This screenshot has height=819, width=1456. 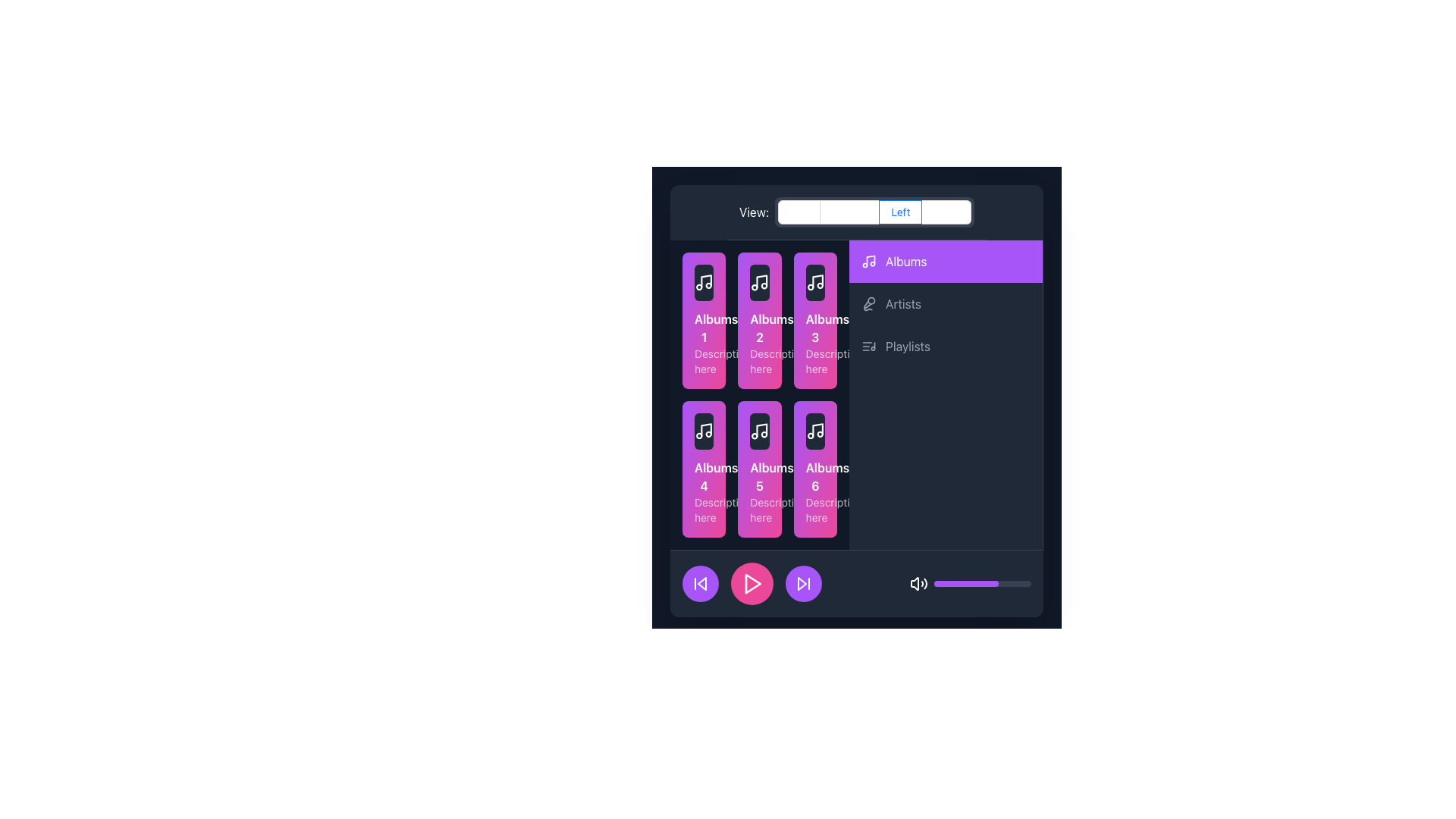 What do you see at coordinates (814, 475) in the screenshot?
I see `text content of the 'Albums 6' label, which is horizontally centered within the sixth tile of the Albums section grid` at bounding box center [814, 475].